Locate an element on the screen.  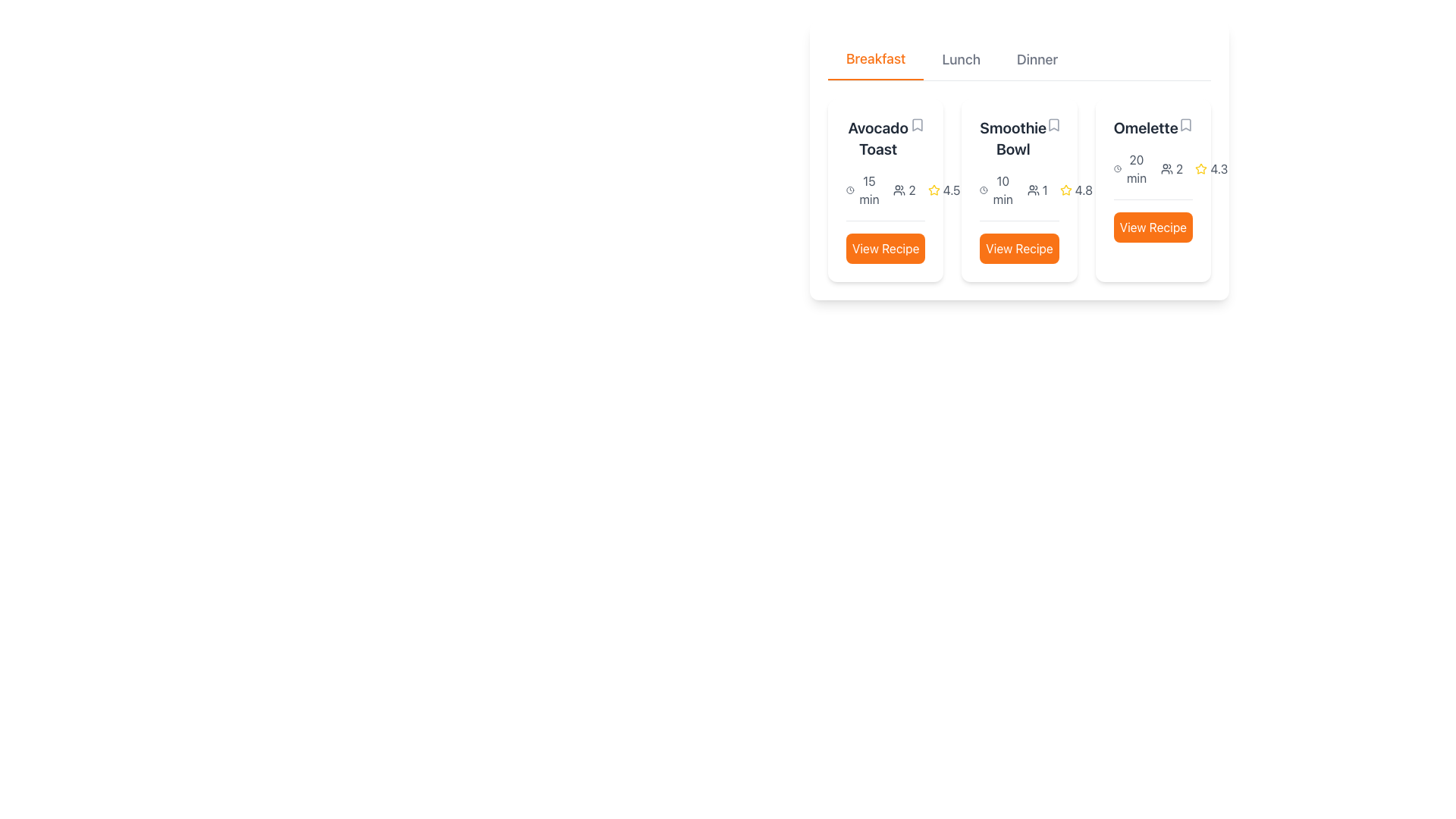
the text element that signifies the number of people or servings associated with the 'Omelette' recipe, which is located below '20 min' and to the left of the rating '4.3' is located at coordinates (1171, 169).